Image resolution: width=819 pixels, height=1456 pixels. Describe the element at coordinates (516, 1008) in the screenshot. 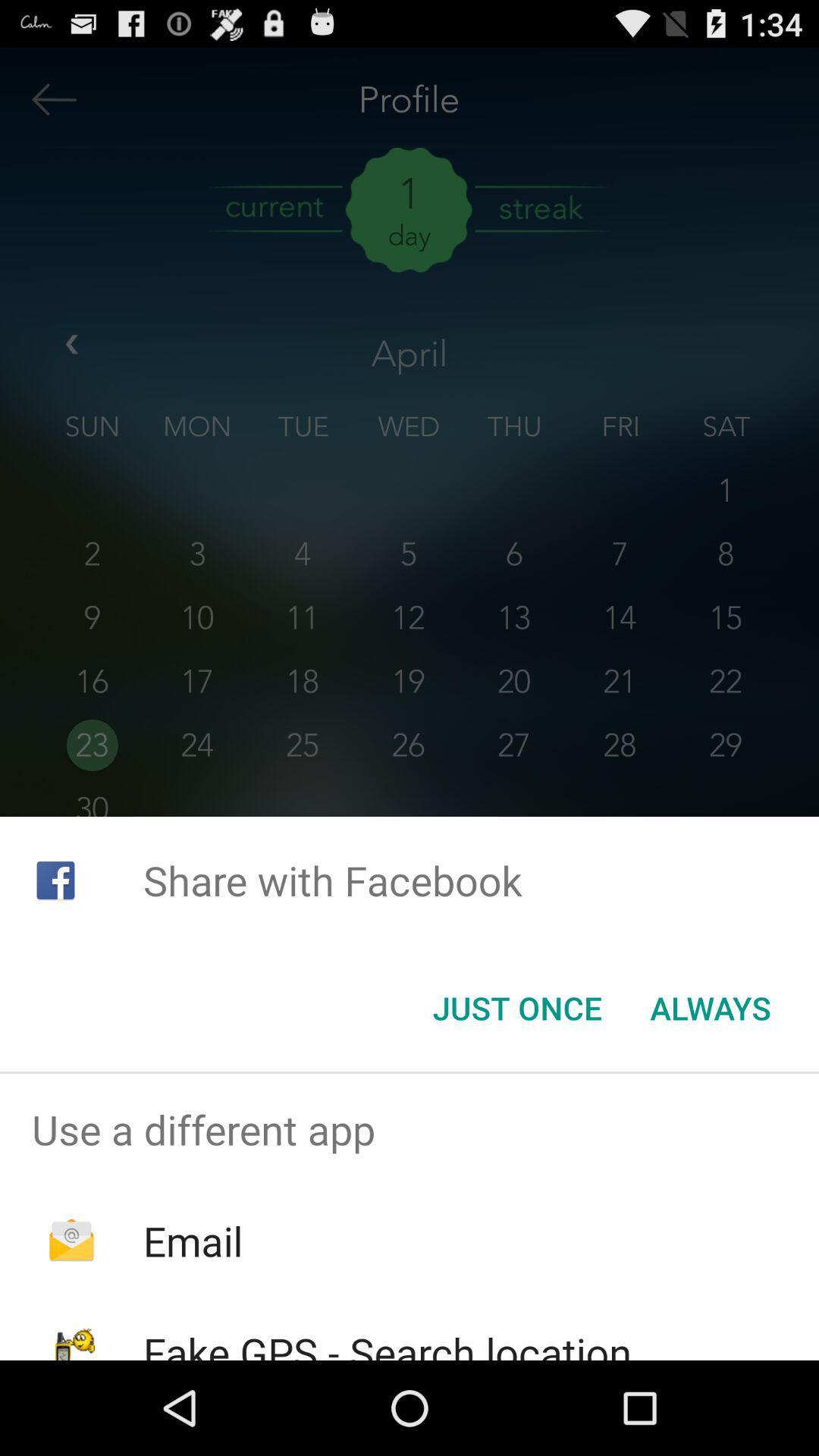

I see `button to the left of always item` at that location.